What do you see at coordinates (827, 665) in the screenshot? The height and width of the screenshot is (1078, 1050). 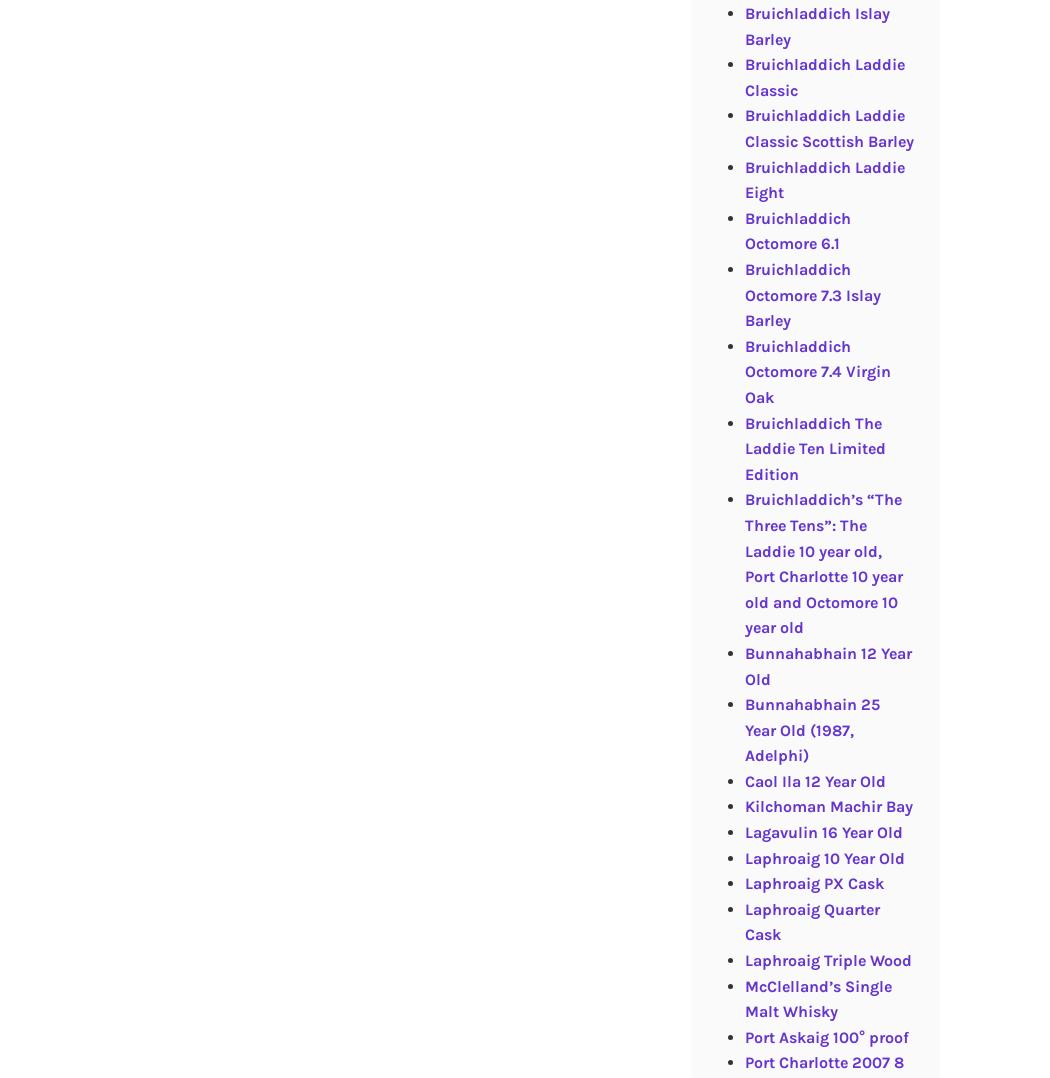 I see `'Bunnahabhain 12 Year Old'` at bounding box center [827, 665].